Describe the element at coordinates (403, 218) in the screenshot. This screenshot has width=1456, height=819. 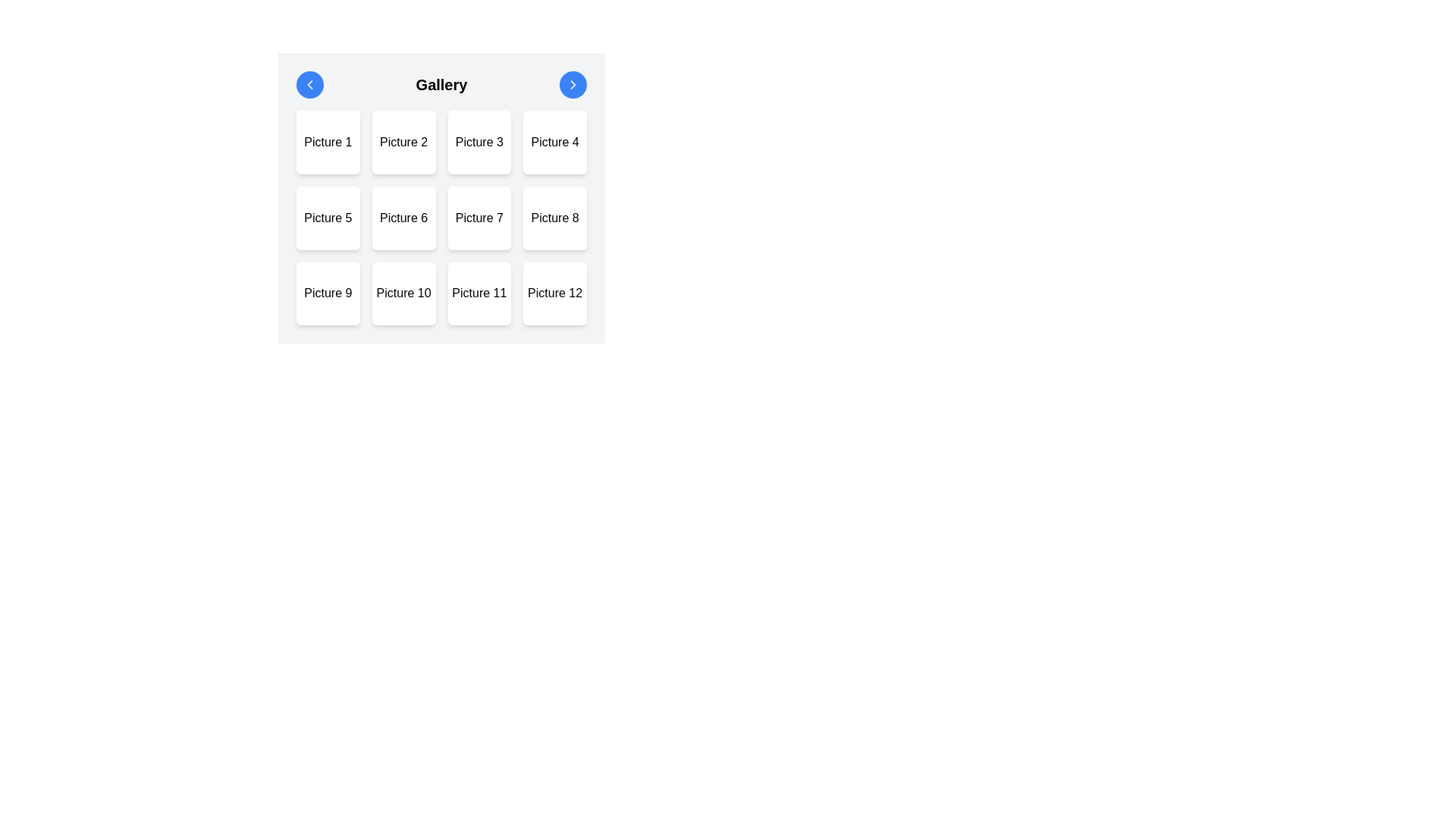
I see `the button representing 'Picture 6' in the grid` at that location.